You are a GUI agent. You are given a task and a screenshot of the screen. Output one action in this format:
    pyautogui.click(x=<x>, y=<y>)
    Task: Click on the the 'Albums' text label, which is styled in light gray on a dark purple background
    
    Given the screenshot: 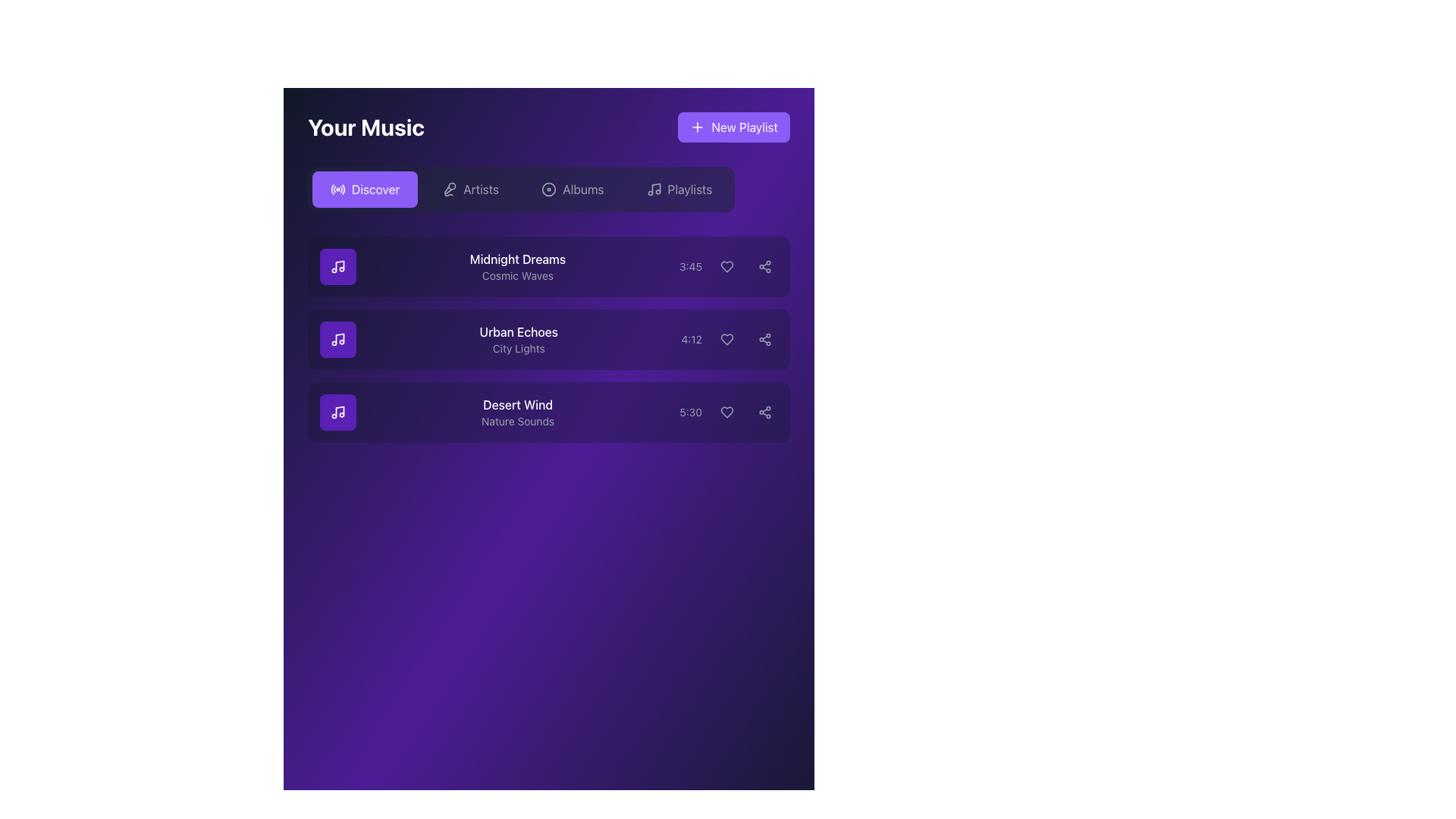 What is the action you would take?
    pyautogui.click(x=582, y=189)
    